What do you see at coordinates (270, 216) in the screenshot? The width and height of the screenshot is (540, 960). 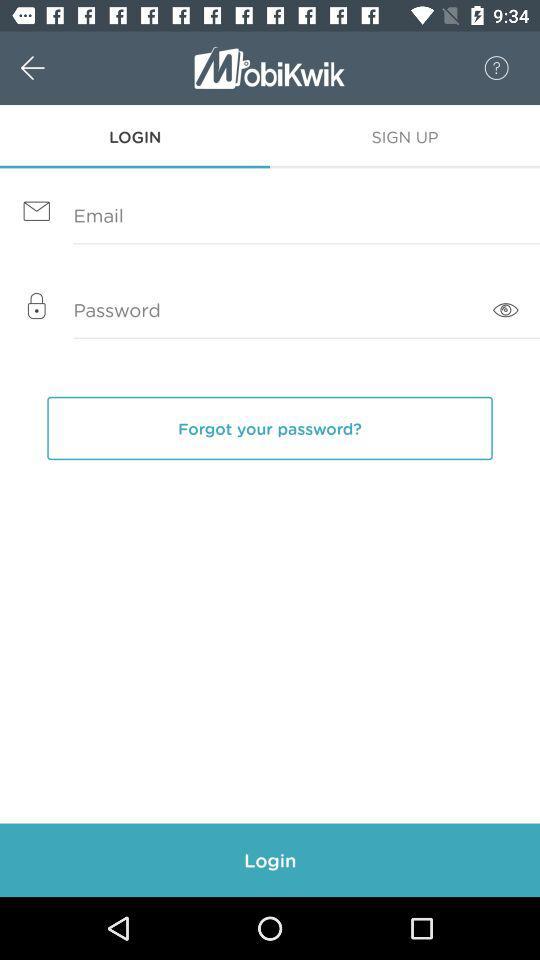 I see `your email address` at bounding box center [270, 216].